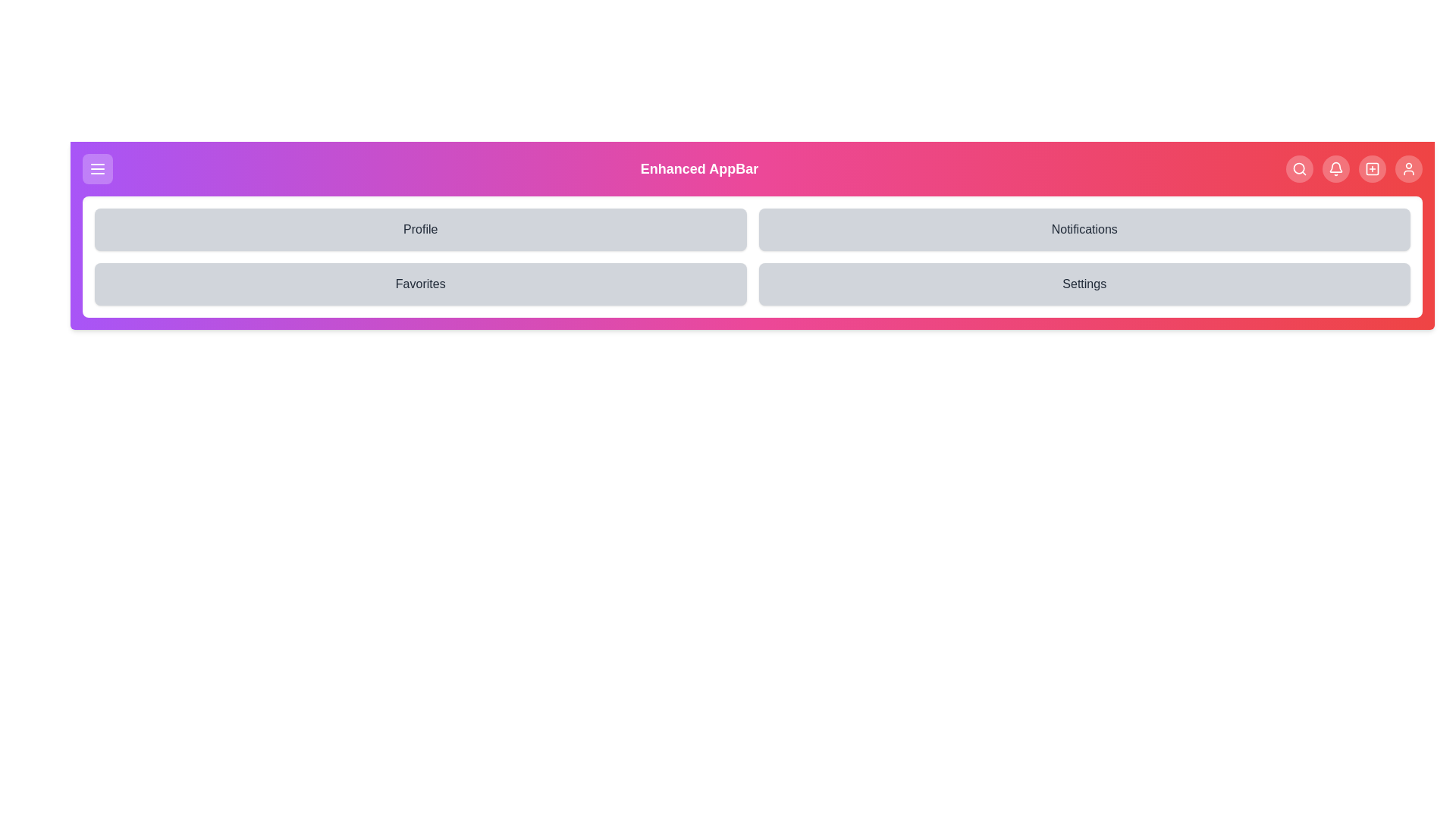 Image resolution: width=1456 pixels, height=819 pixels. Describe the element at coordinates (97, 169) in the screenshot. I see `the hamburger button to toggle the menu visibility` at that location.